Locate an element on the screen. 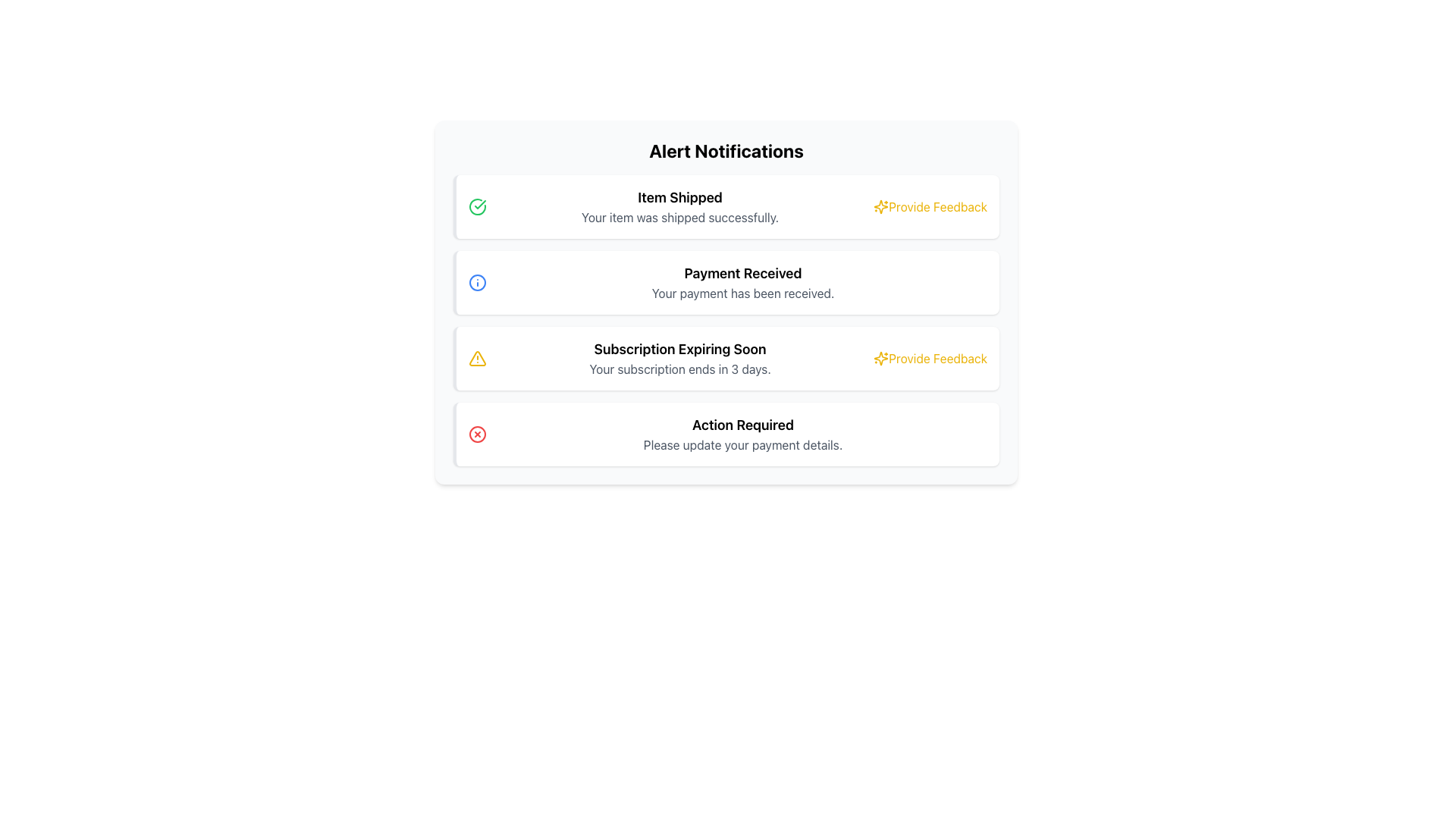 The image size is (1456, 819). the text label displaying 'Subscription Expiring Soon', which is prominently positioned in the third row of the notification list is located at coordinates (679, 350).